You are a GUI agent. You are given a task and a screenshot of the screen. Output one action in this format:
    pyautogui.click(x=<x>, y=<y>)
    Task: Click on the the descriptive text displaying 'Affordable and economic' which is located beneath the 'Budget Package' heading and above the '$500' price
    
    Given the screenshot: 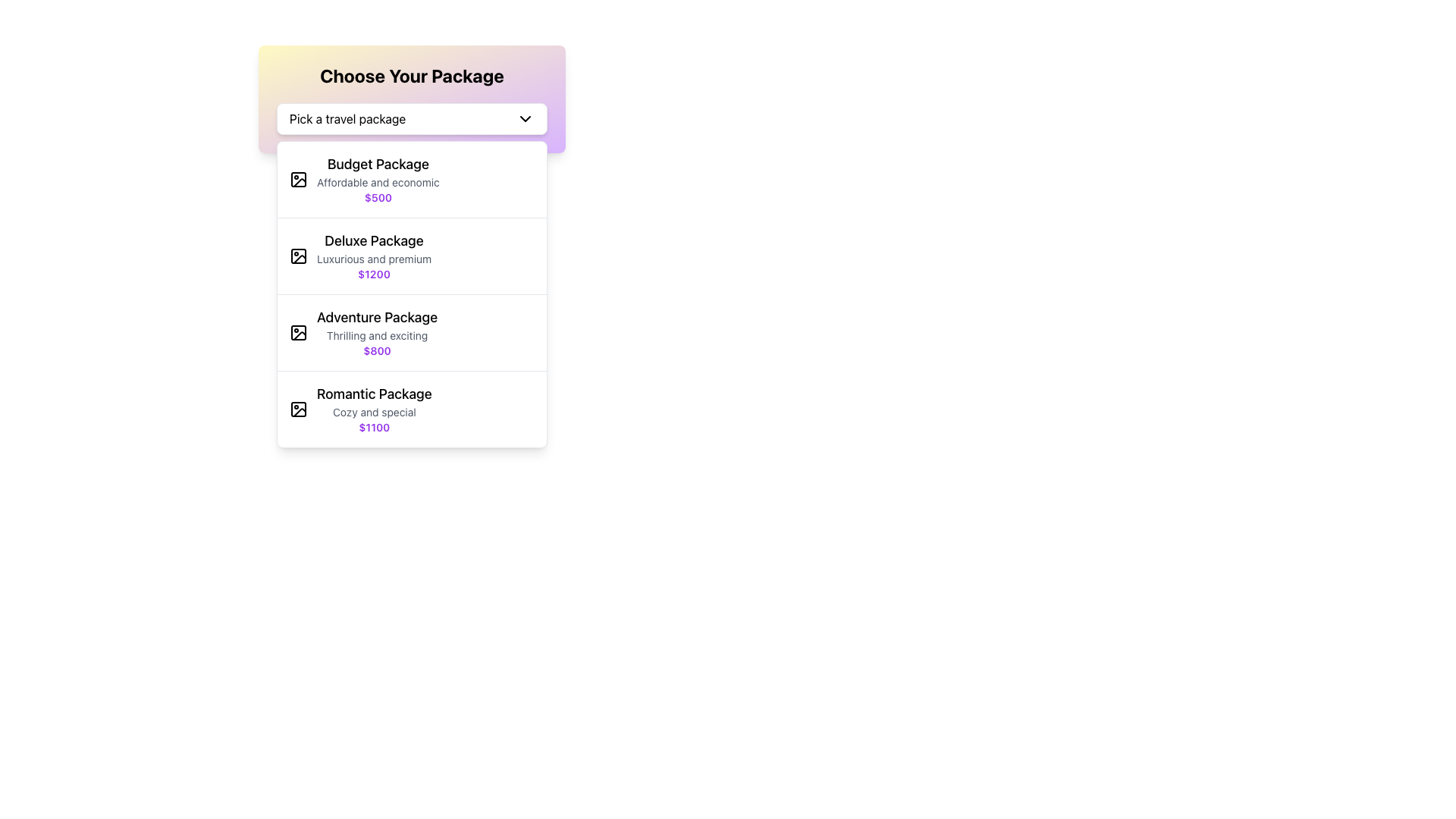 What is the action you would take?
    pyautogui.click(x=378, y=181)
    